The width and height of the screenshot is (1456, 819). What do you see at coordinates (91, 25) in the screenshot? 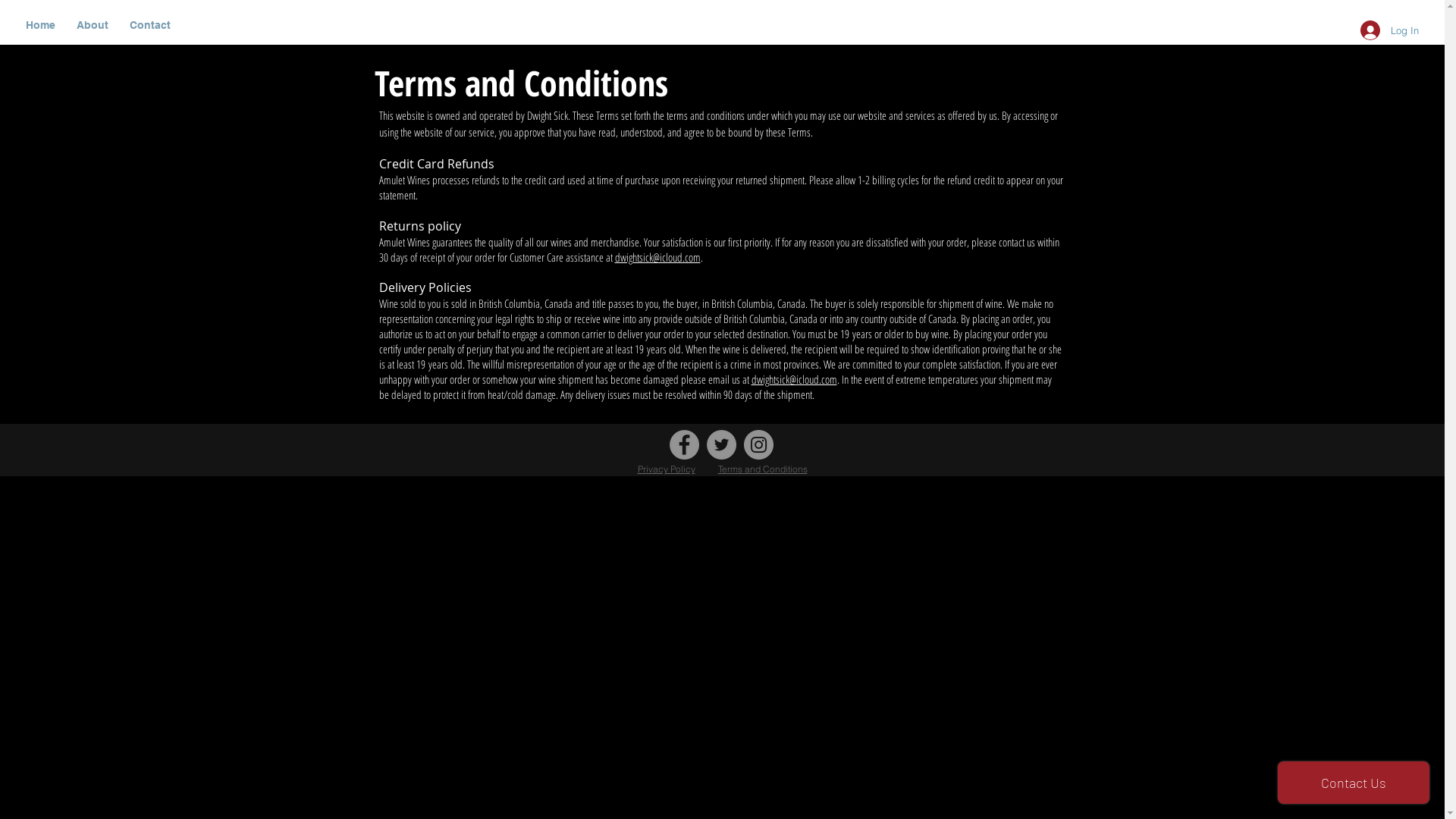
I see `'About'` at bounding box center [91, 25].